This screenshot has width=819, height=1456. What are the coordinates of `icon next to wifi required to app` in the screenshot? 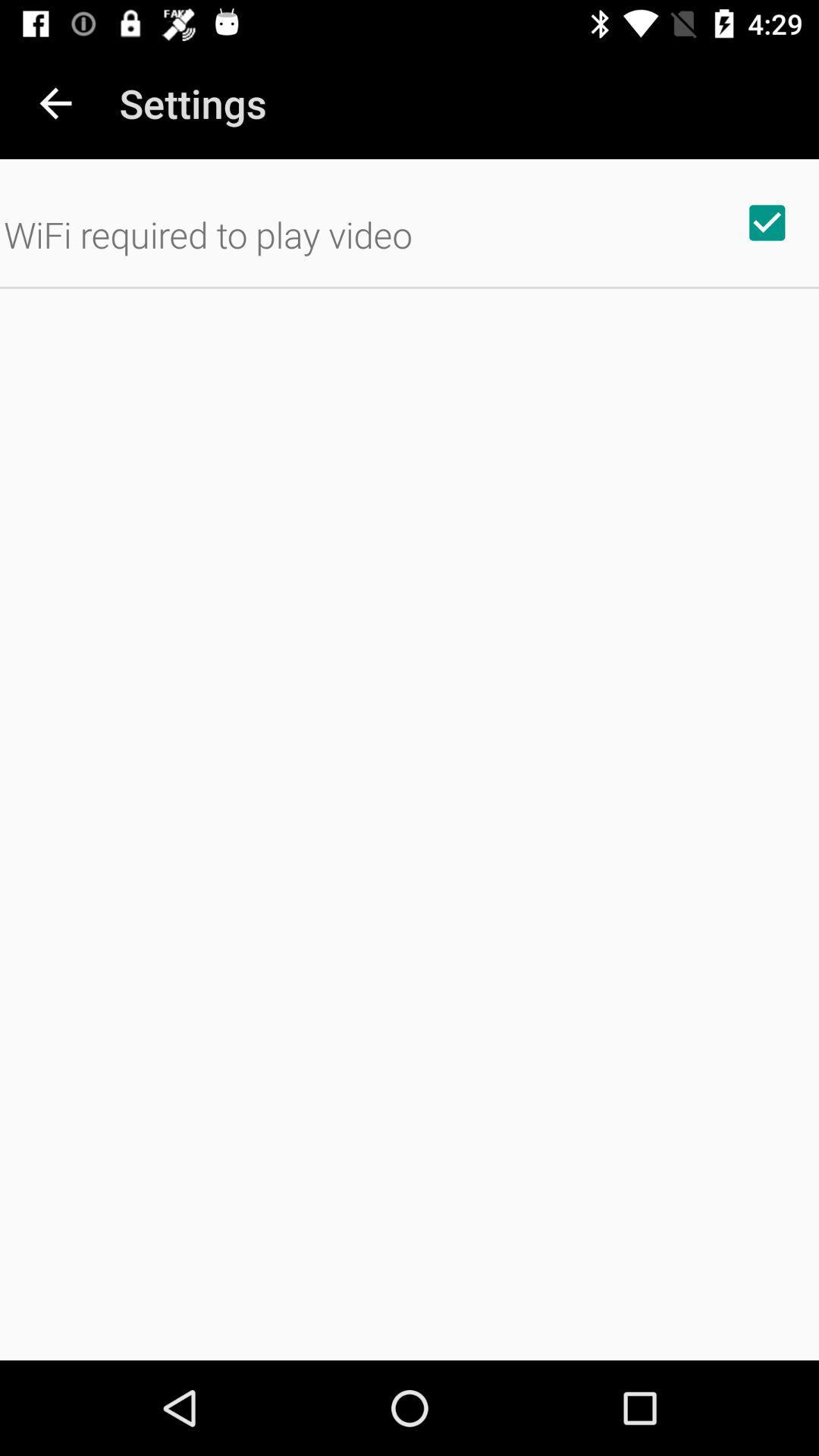 It's located at (767, 221).